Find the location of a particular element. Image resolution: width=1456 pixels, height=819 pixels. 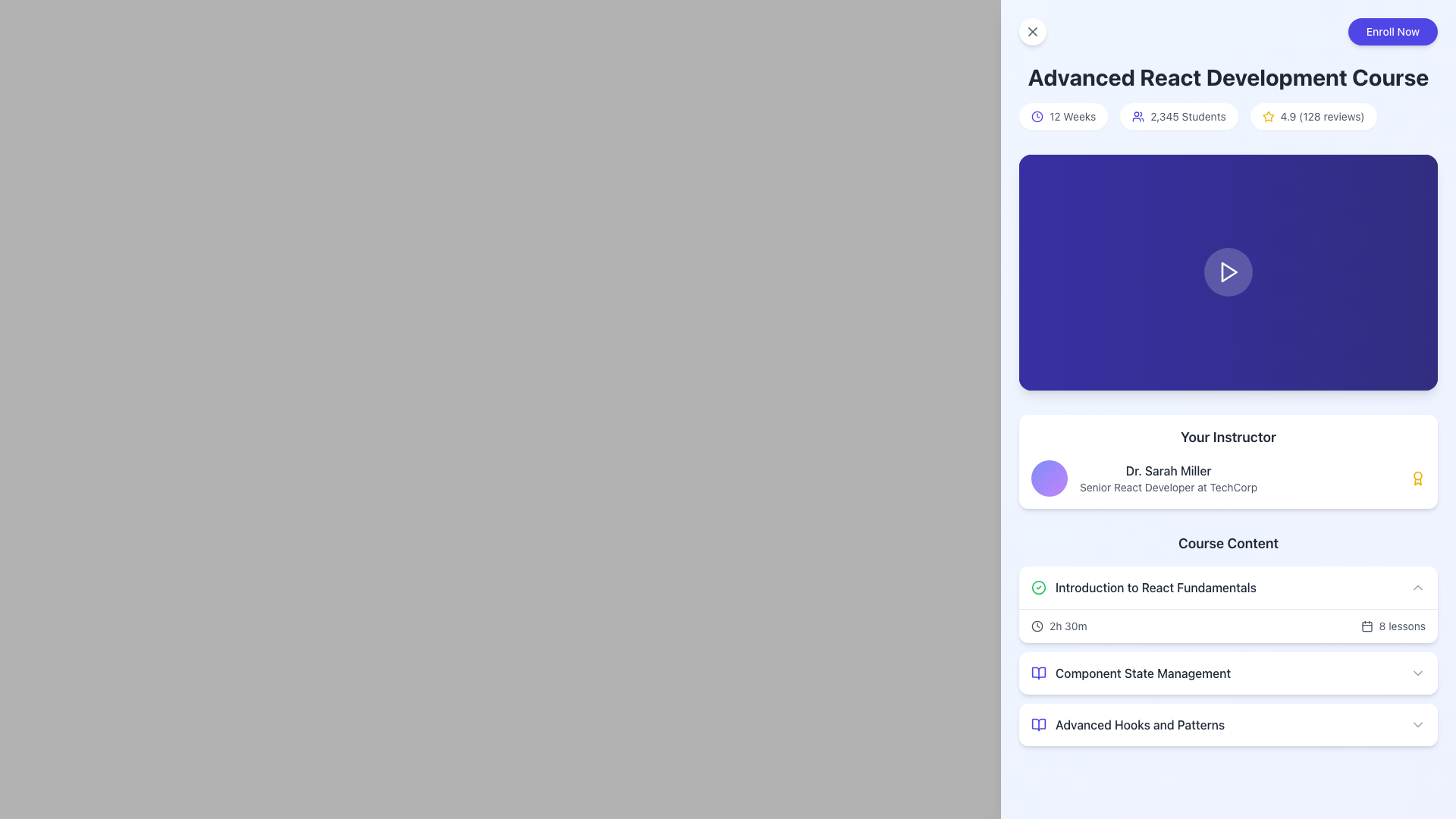

the text label reading 'Introduction to React Fundamentals' located in the 'Course Content' section, positioned to the right of a green check icon is located at coordinates (1155, 586).